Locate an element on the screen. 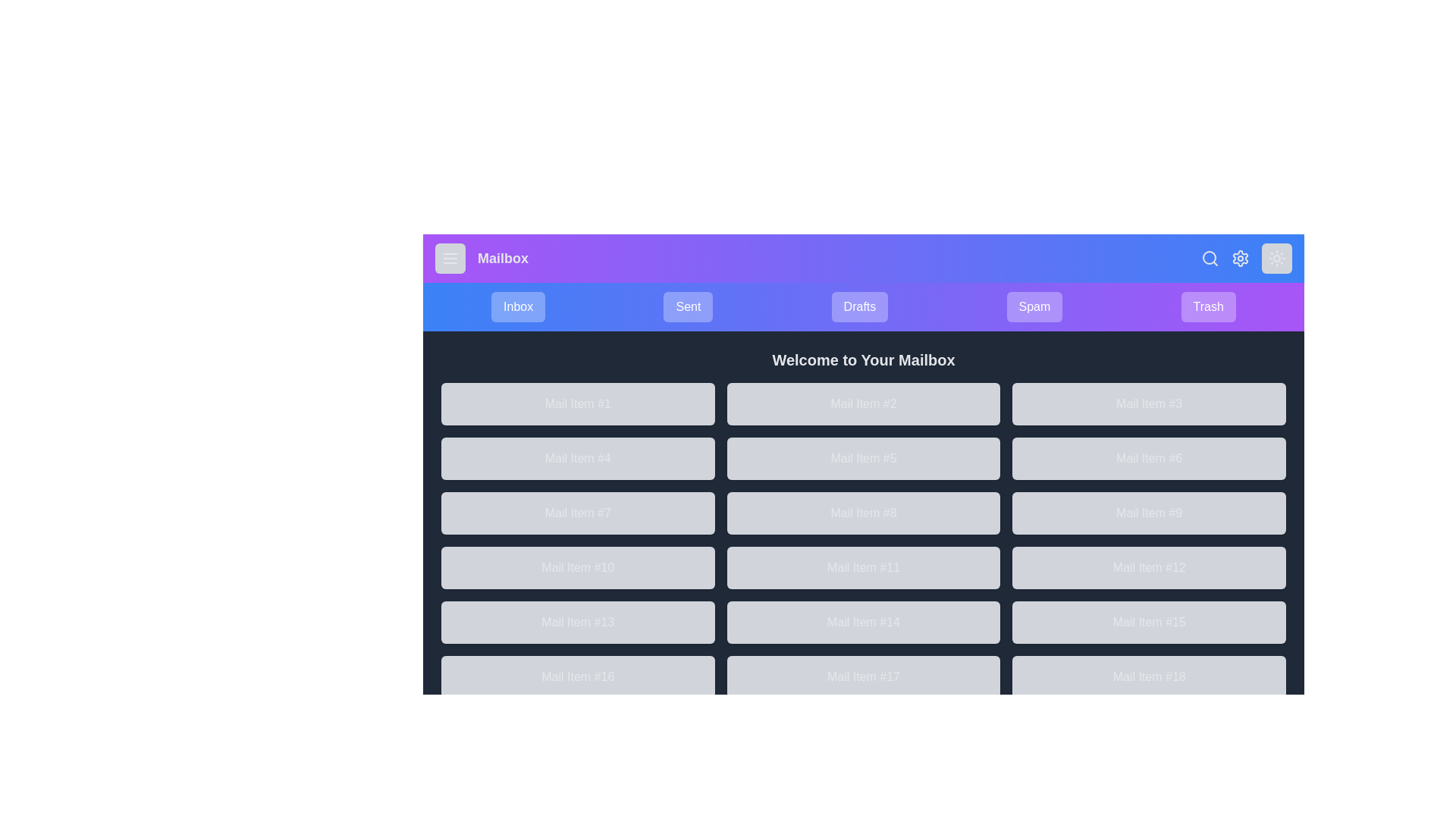 The height and width of the screenshot is (819, 1456). button with the sun or moon icon to toggle between light and dark mode is located at coordinates (1276, 257).